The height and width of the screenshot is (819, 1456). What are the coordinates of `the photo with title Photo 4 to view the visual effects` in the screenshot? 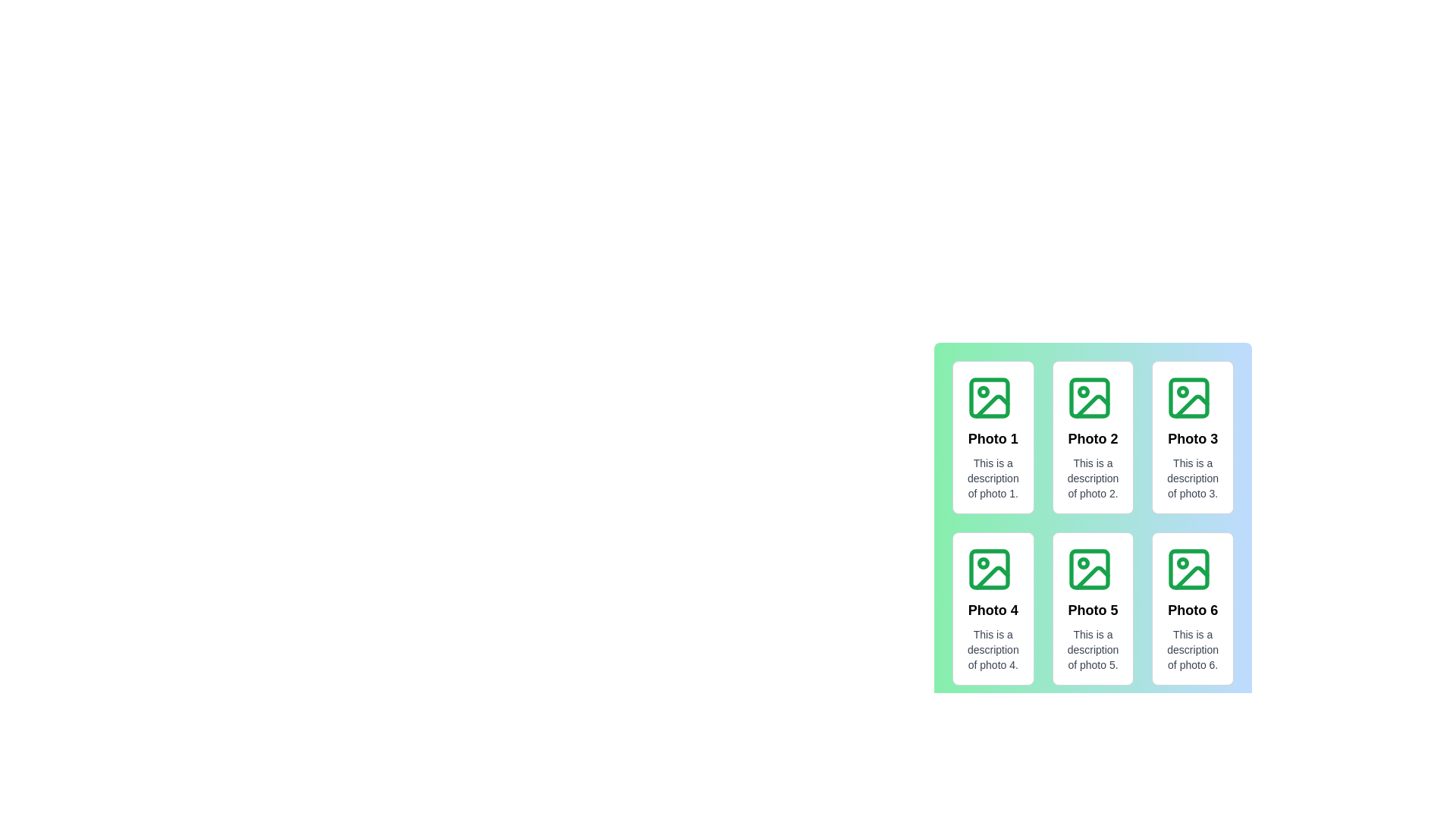 It's located at (993, 607).